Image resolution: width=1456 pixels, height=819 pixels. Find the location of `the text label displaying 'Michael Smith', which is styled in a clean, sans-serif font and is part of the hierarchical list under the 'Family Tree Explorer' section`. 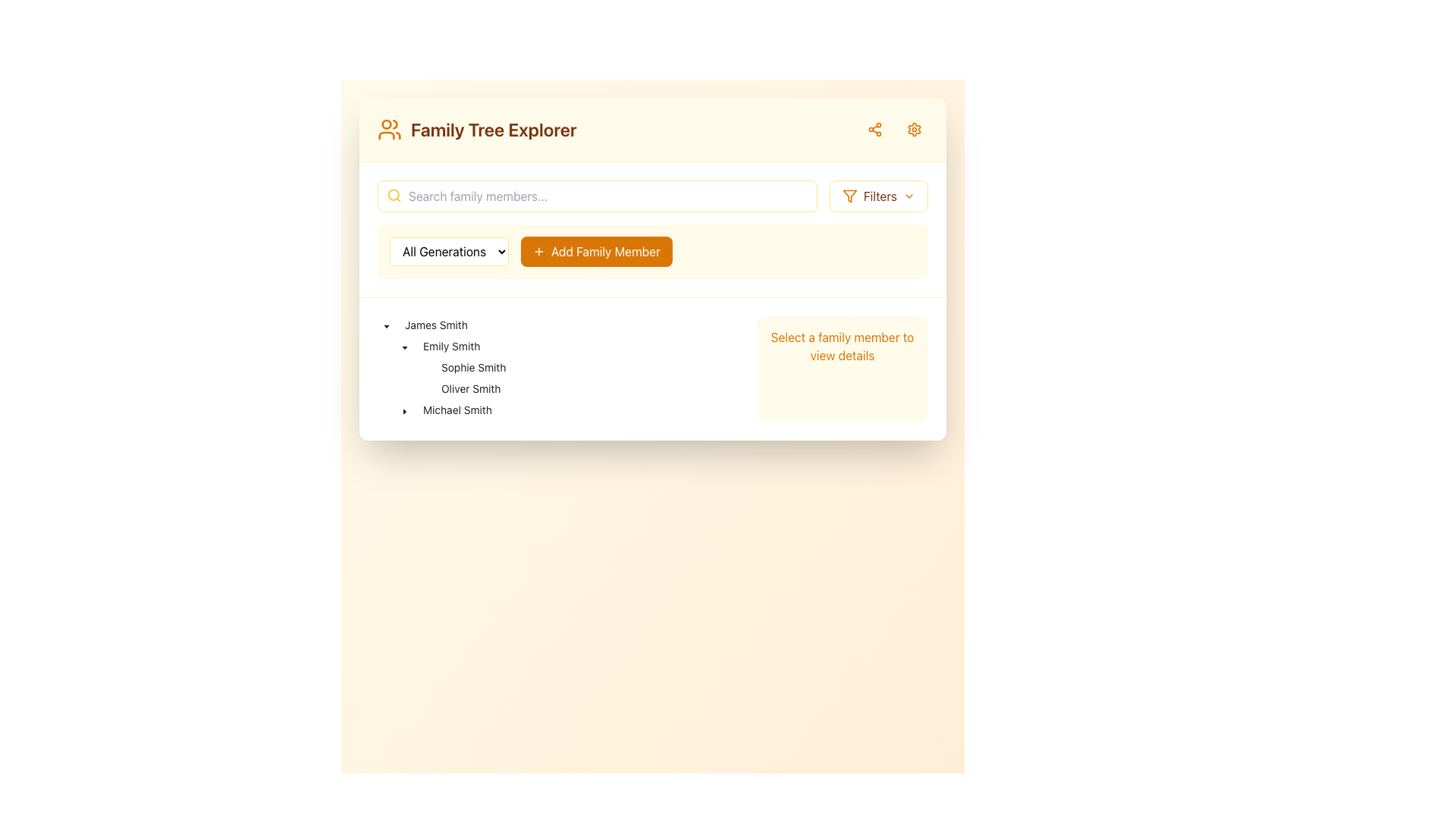

the text label displaying 'Michael Smith', which is styled in a clean, sans-serif font and is part of the hierarchical list under the 'Family Tree Explorer' section is located at coordinates (457, 409).